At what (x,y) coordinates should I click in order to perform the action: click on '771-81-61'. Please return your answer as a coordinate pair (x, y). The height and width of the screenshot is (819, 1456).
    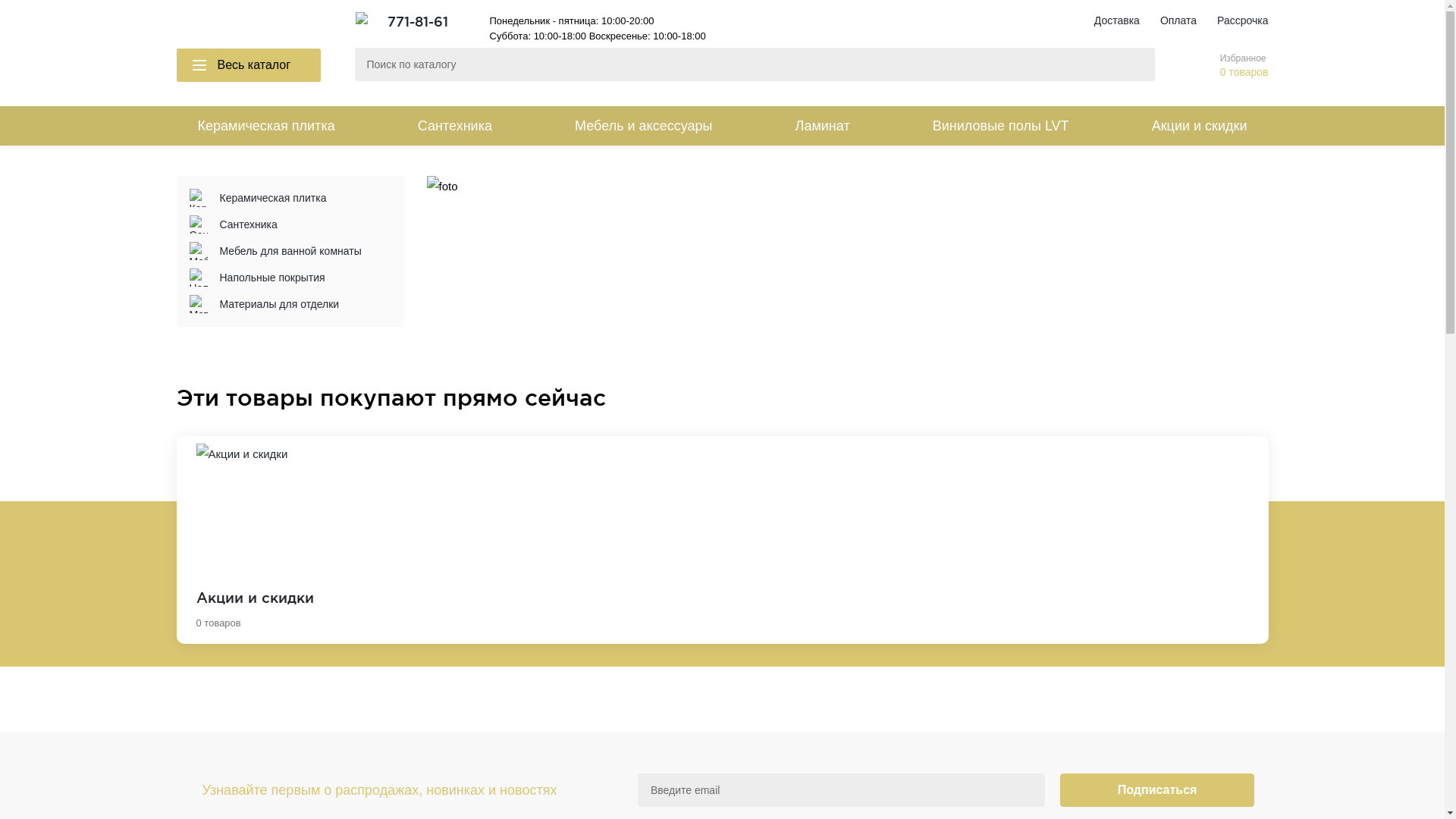
    Looking at the image, I should click on (386, 20).